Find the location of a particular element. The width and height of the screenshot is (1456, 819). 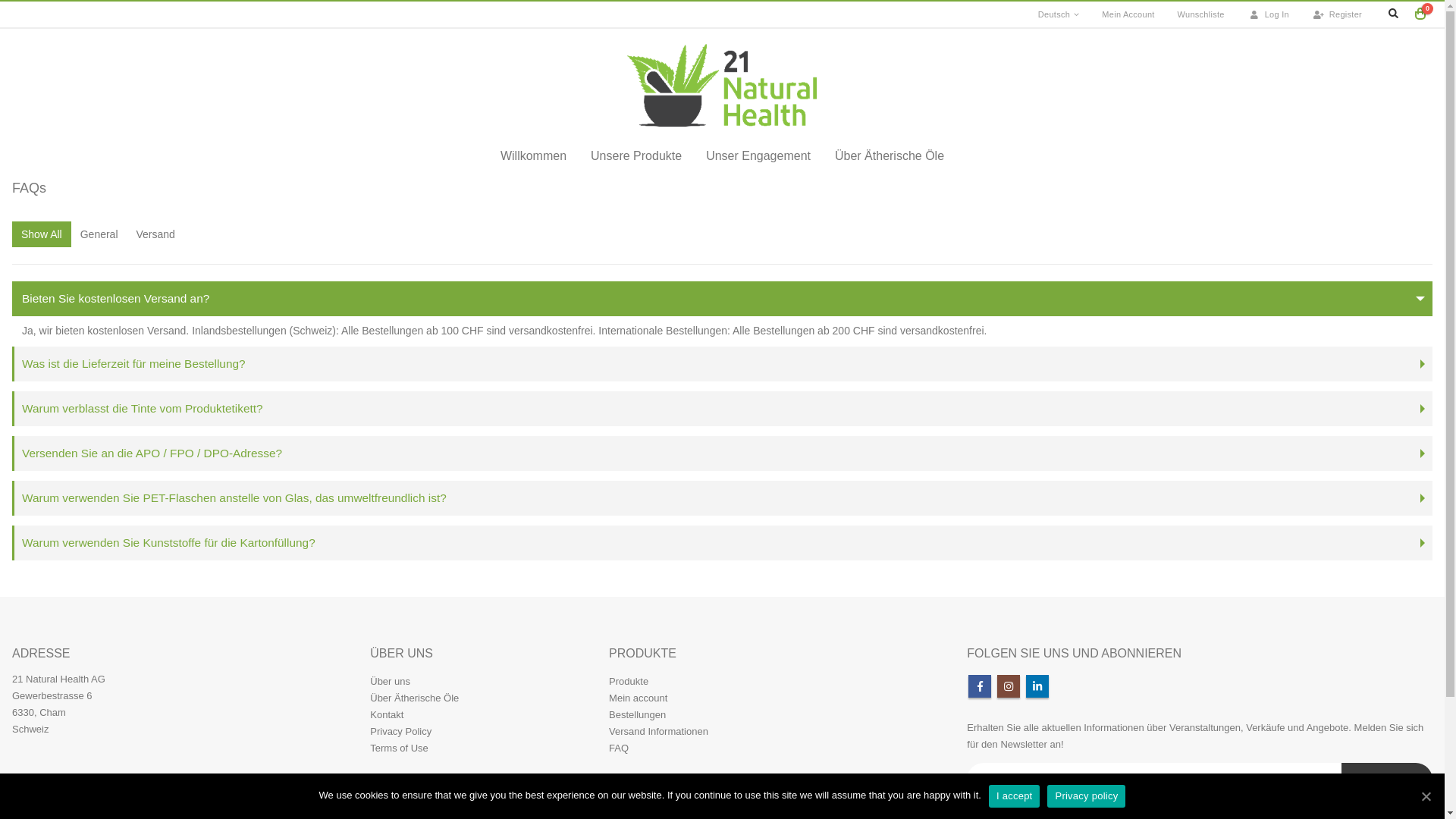

'Kontakt' is located at coordinates (370, 714).